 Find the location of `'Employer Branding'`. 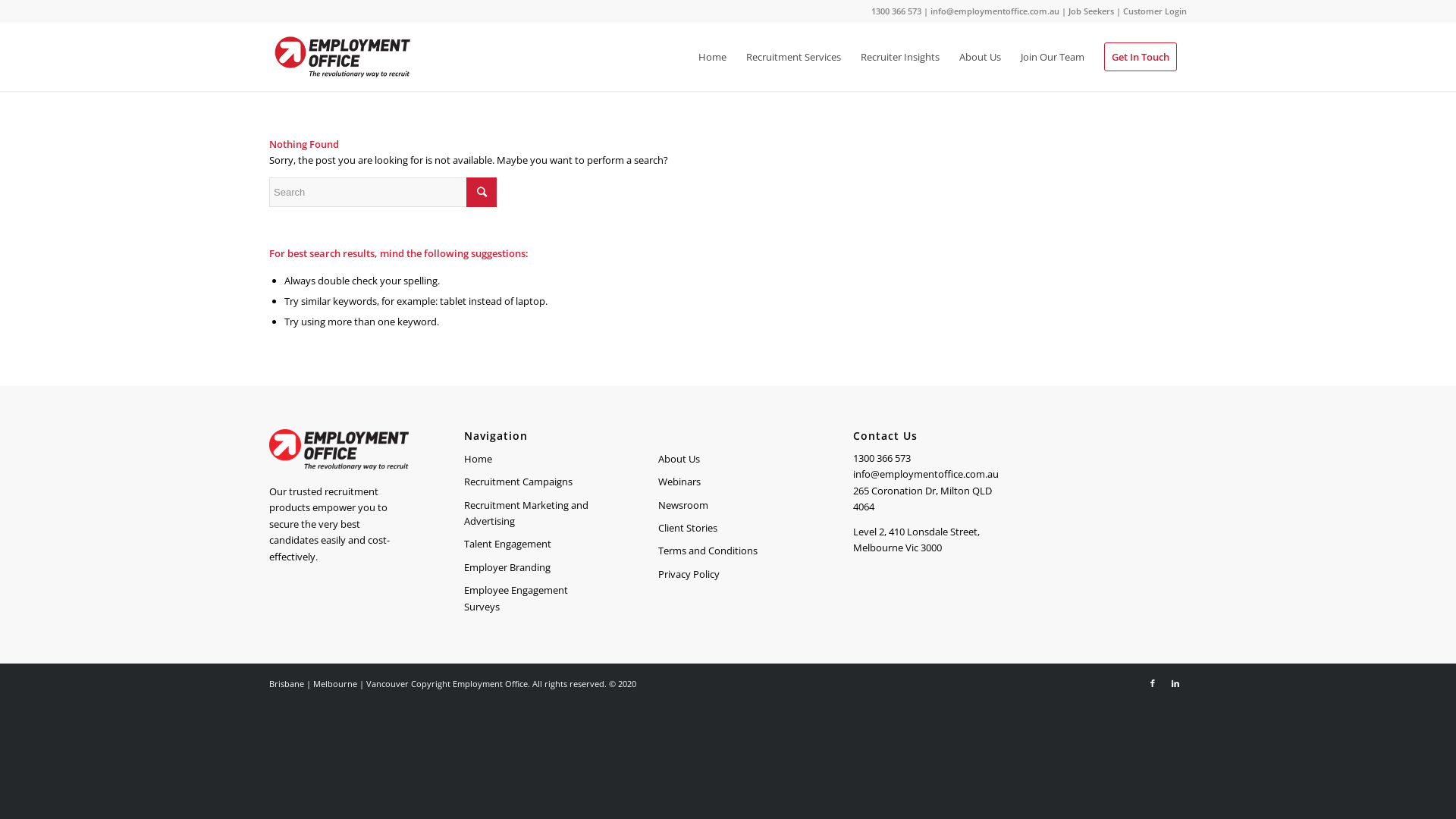

'Employer Branding' is located at coordinates (534, 567).